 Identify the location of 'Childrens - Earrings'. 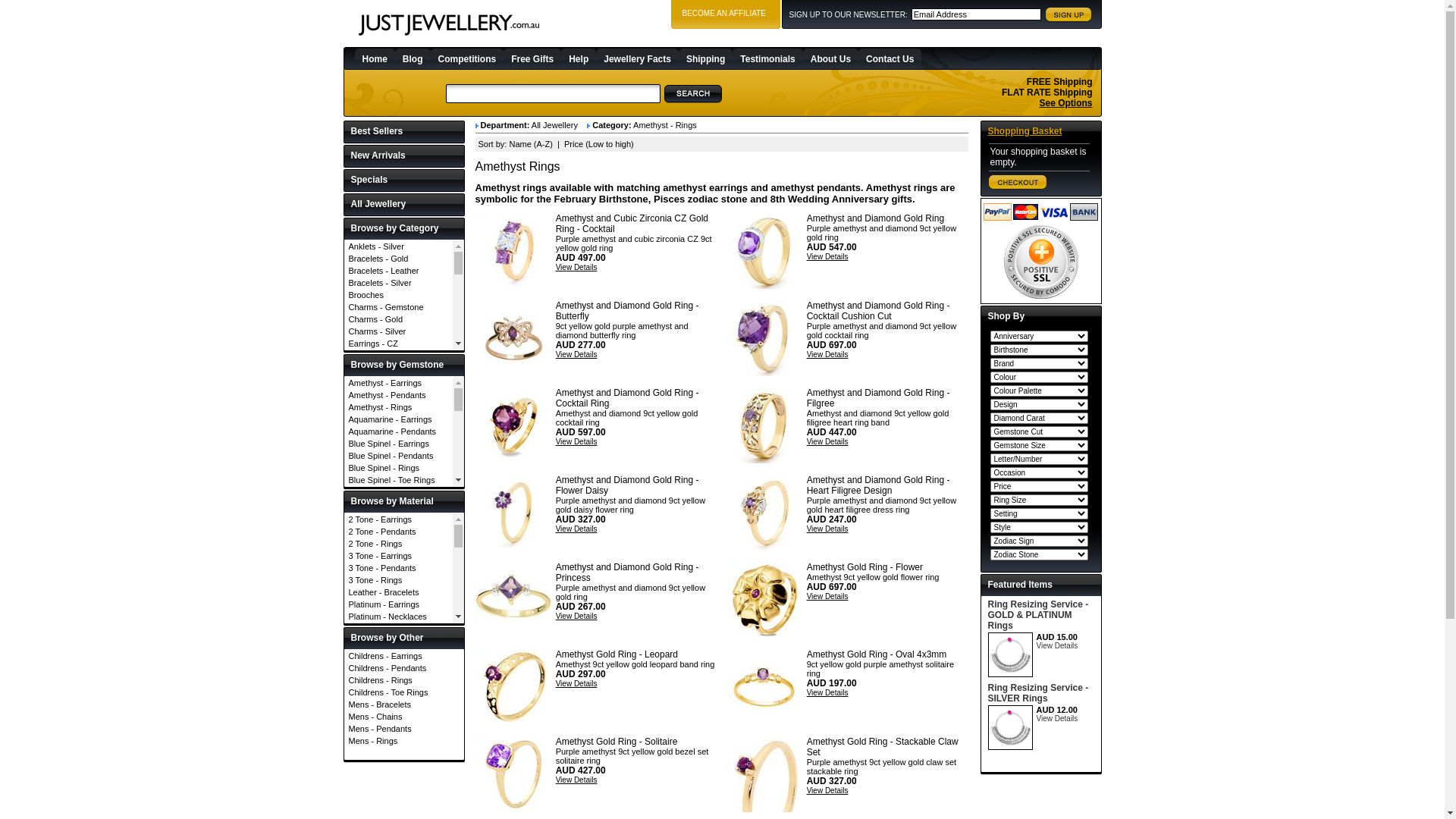
(403, 654).